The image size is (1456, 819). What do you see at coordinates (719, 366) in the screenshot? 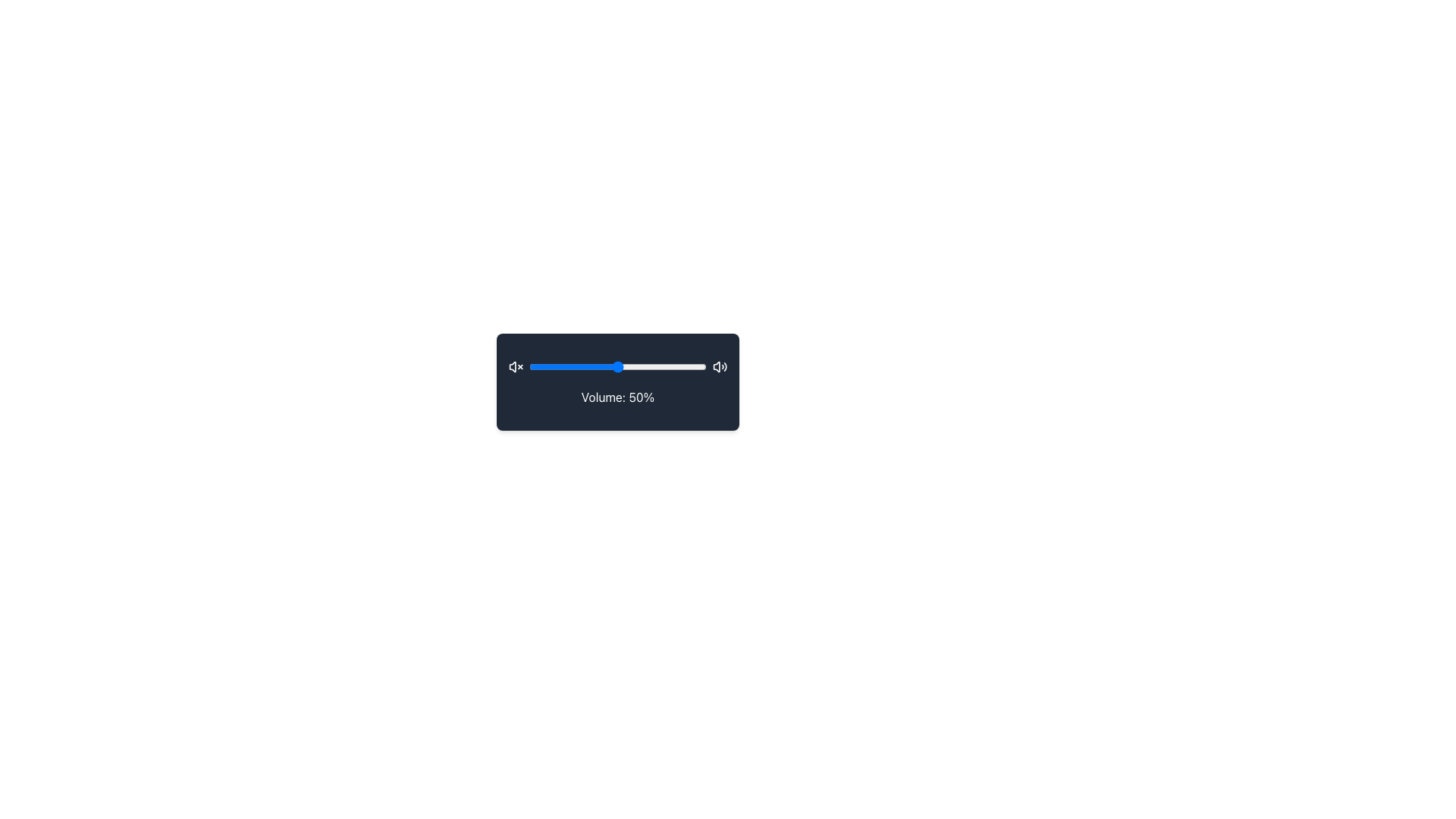
I see `audio volume icon located at the far-right of the volume control interface, which indicates higher volume or unmuted state` at bounding box center [719, 366].